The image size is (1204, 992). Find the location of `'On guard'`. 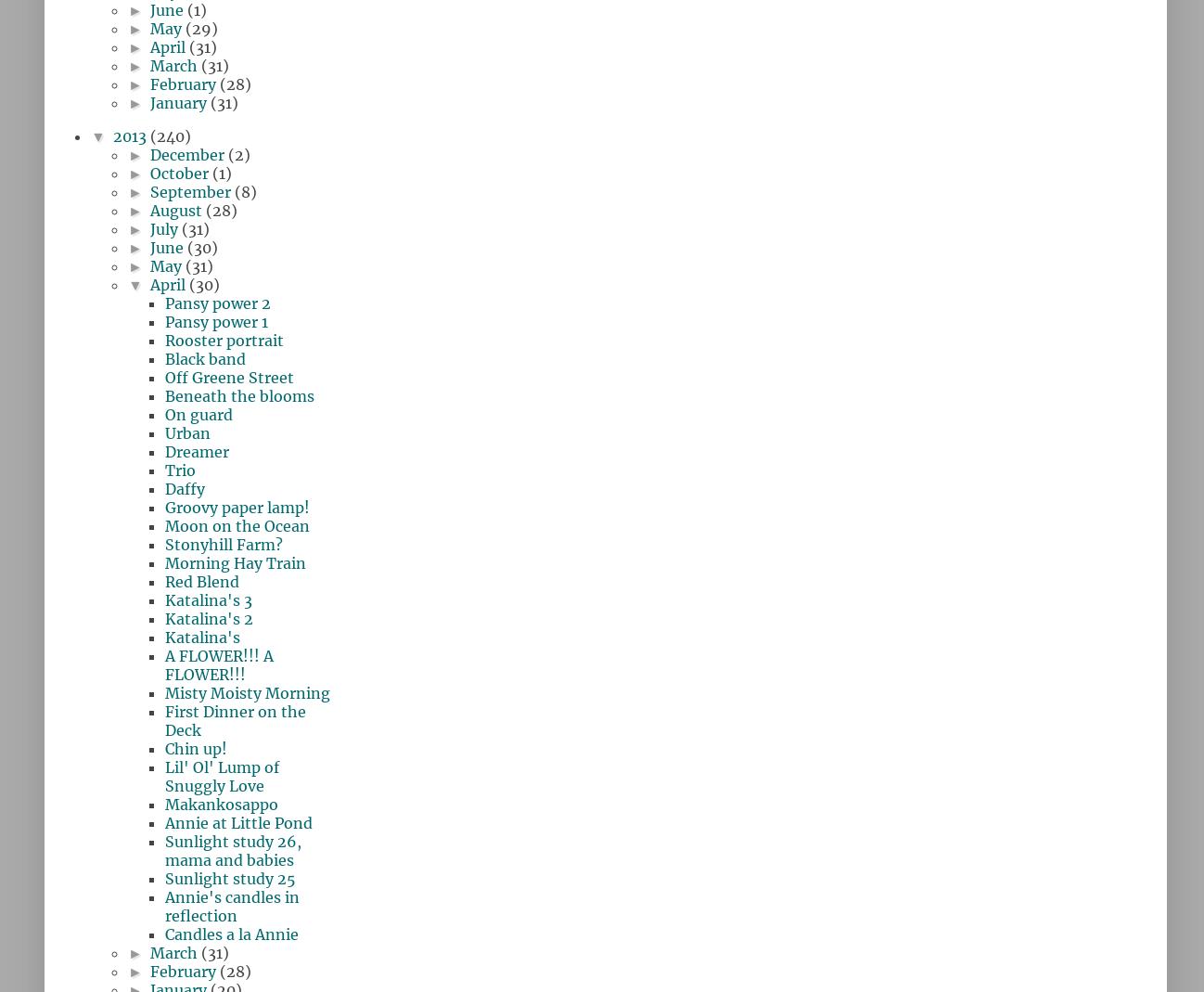

'On guard' is located at coordinates (199, 413).